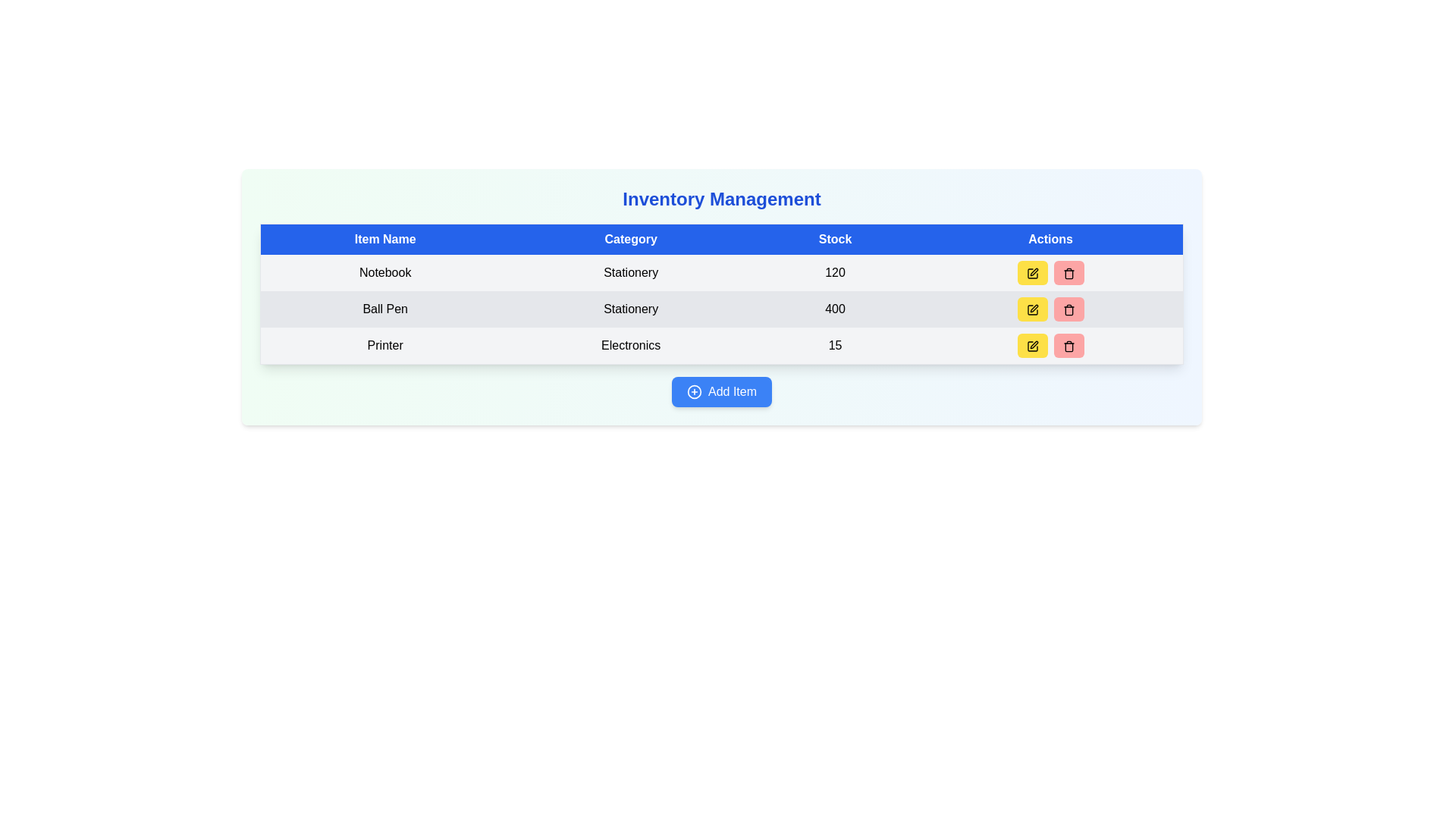 This screenshot has height=819, width=1456. I want to click on the edit button located in the actions column of the first row of the table, positioned on the right side of the display, adjacent to a red trash button, to initiate editing, so click(1031, 271).